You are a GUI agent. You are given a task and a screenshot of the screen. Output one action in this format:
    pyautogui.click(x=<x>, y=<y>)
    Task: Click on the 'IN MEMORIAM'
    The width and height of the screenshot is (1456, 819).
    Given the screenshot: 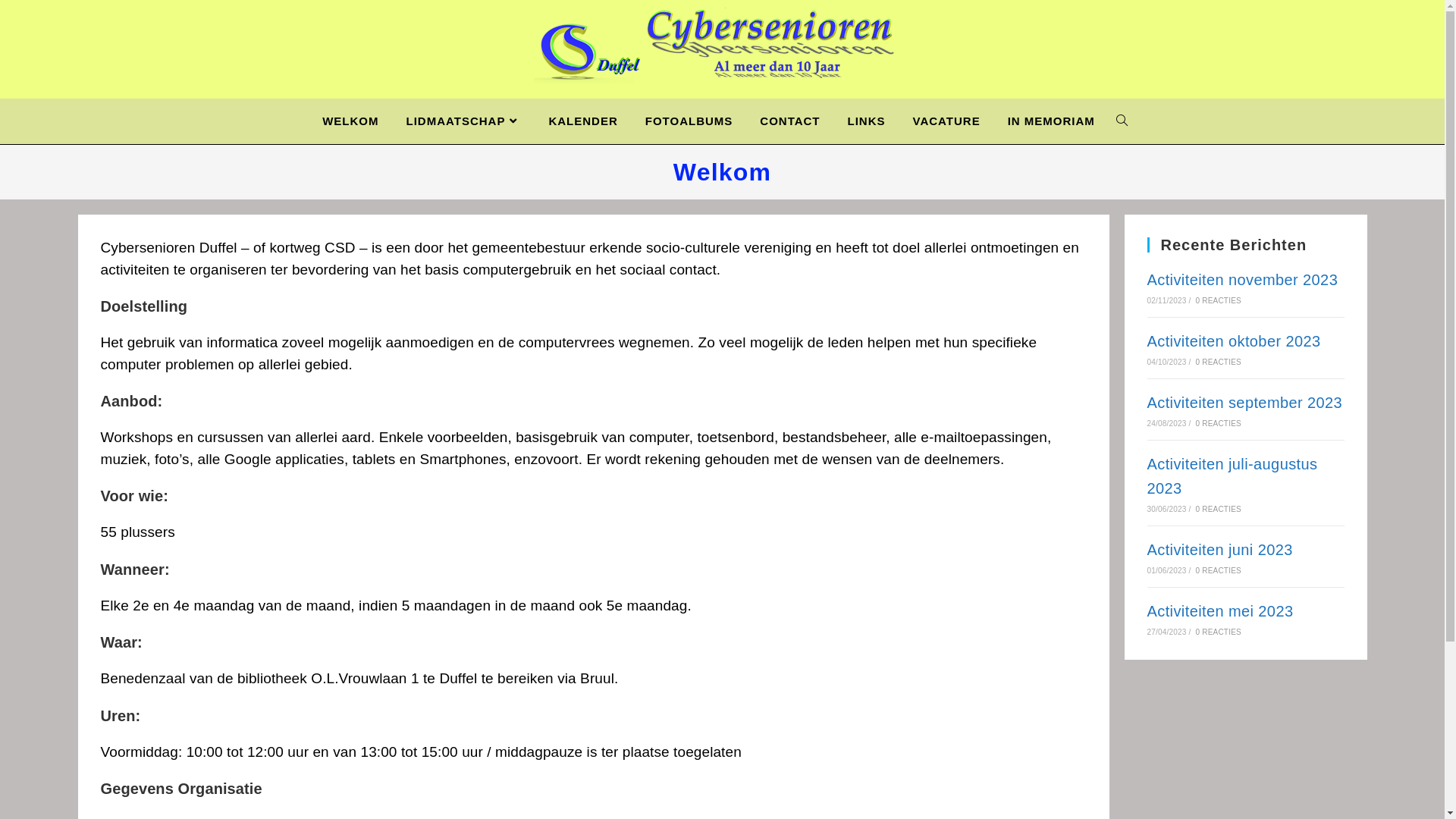 What is the action you would take?
    pyautogui.click(x=1050, y=120)
    